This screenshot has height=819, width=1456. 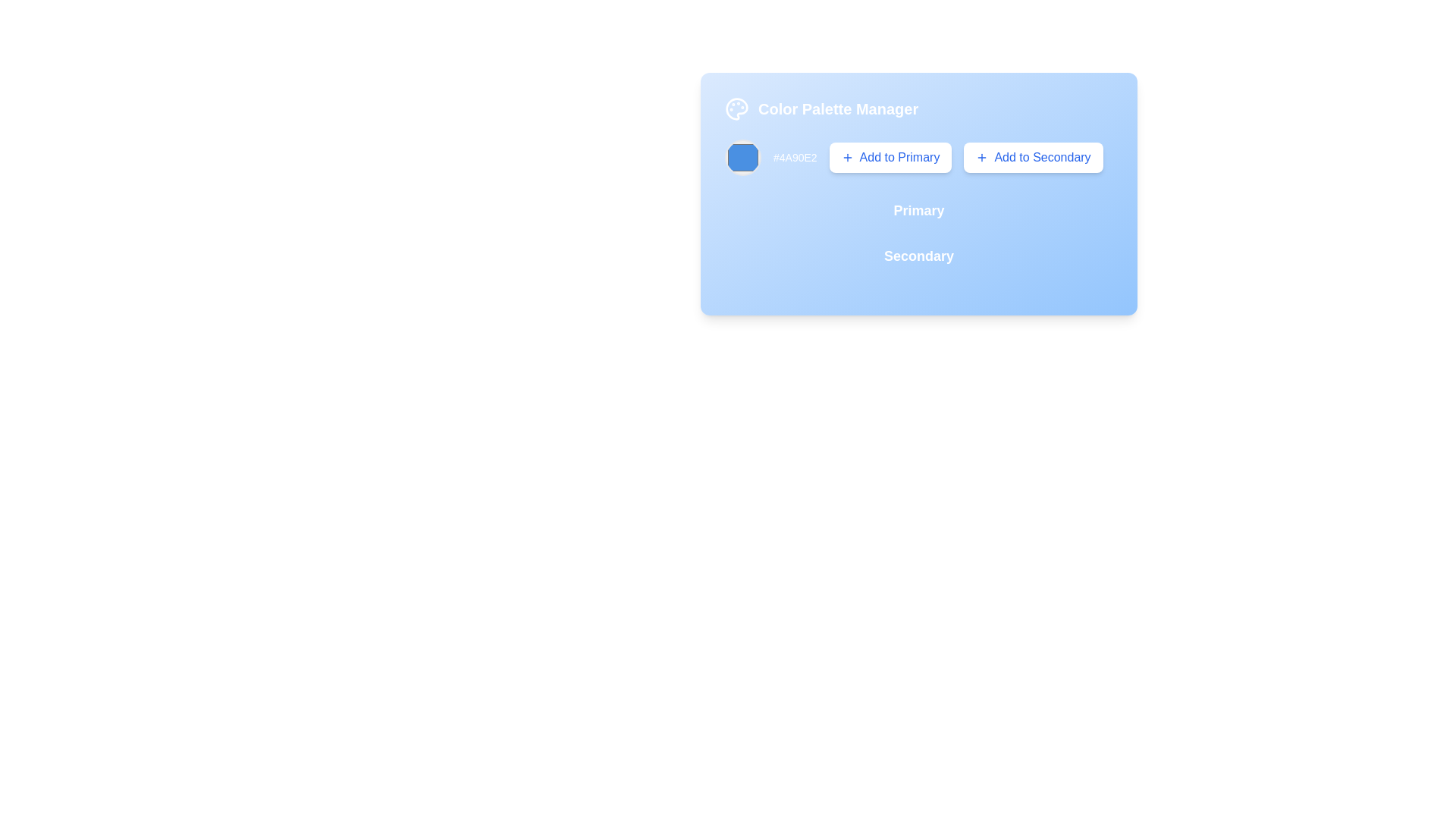 I want to click on the button that allows users to add the selected color to the 'Secondary' category, located in the 'Color Palette Manager' card, next to the 'Add to Primary' button, so click(x=1033, y=158).